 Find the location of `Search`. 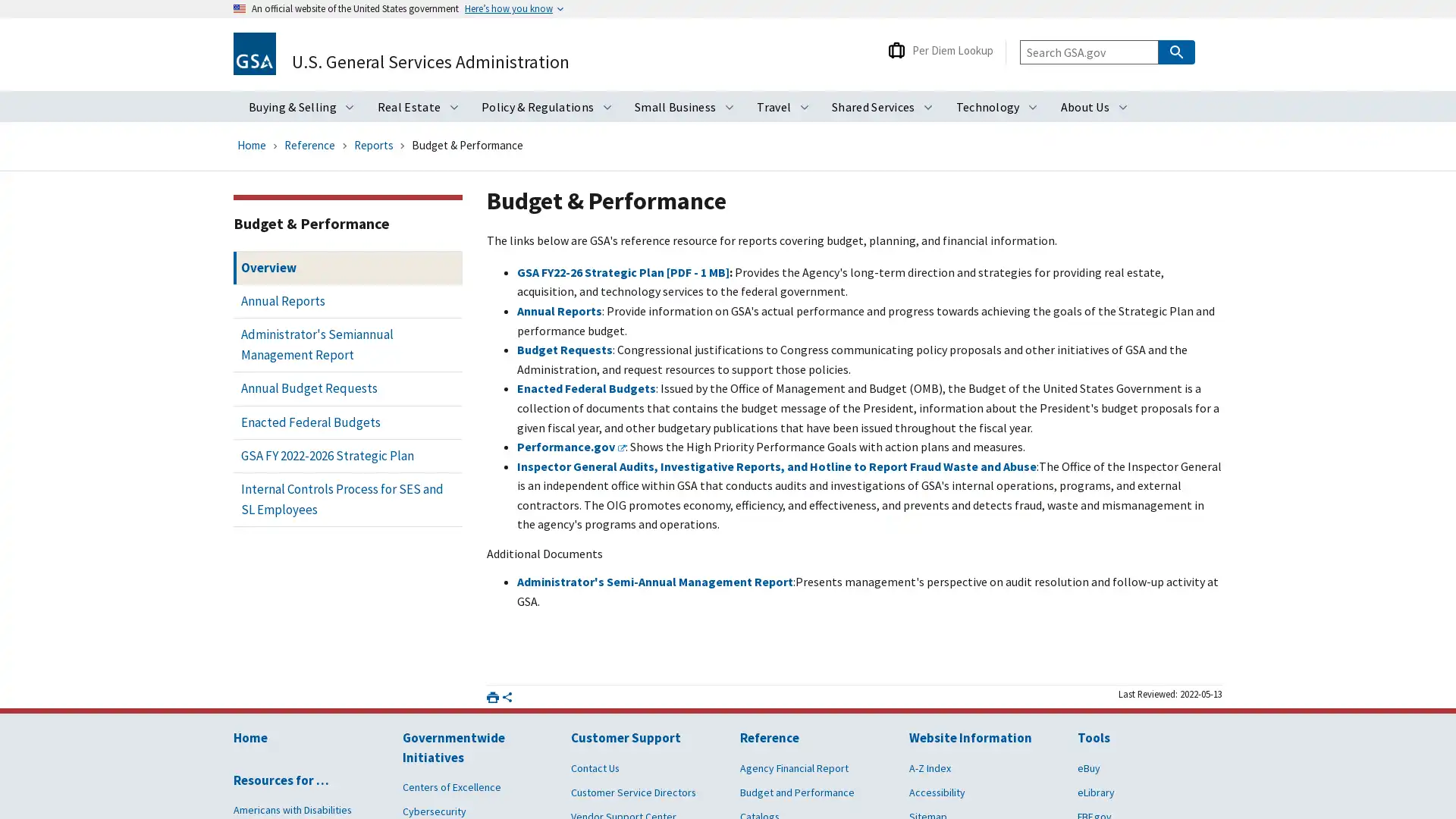

Search is located at coordinates (1175, 52).